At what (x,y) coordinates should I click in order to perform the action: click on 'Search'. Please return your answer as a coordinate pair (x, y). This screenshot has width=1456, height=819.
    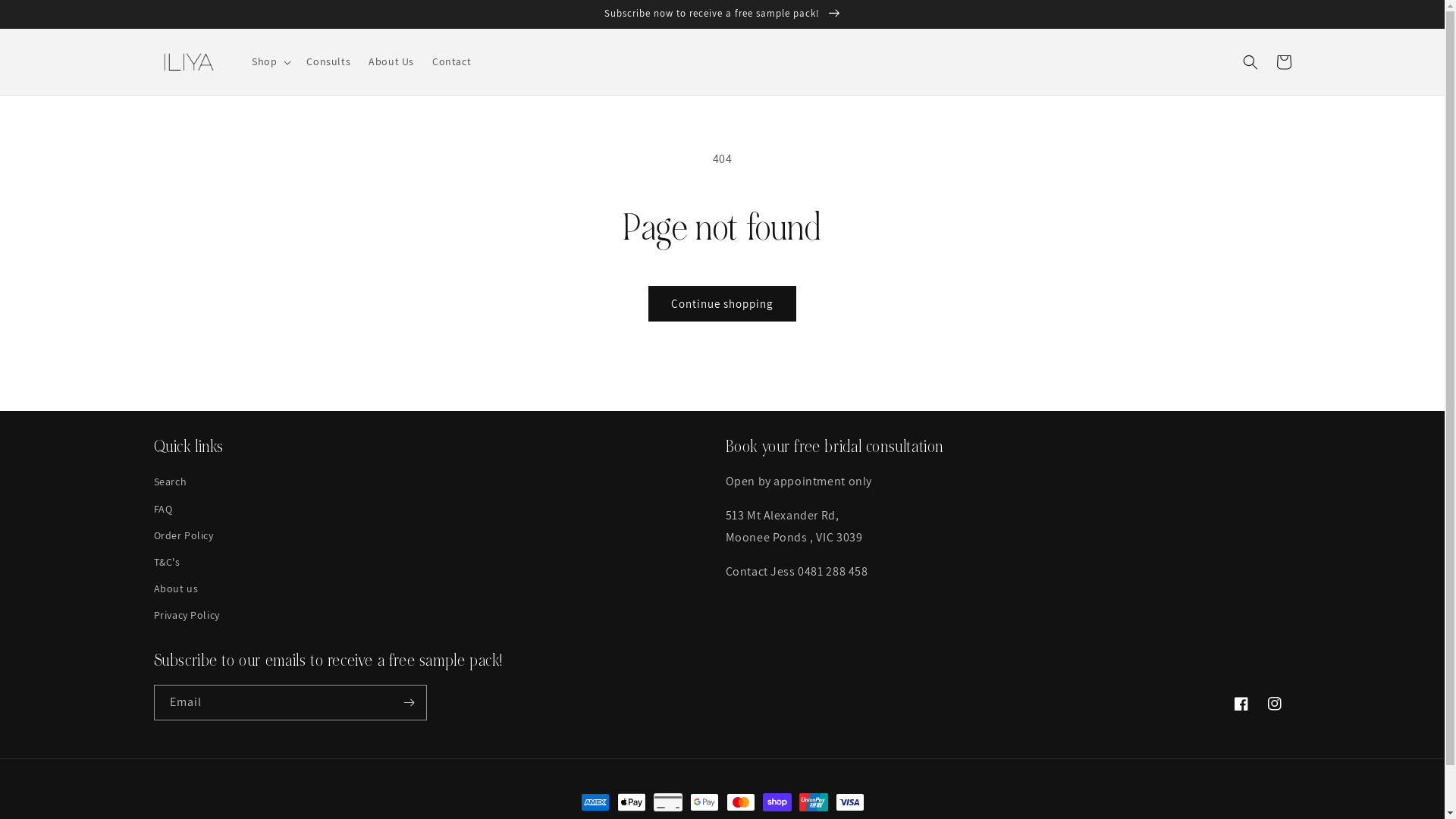
    Looking at the image, I should click on (152, 483).